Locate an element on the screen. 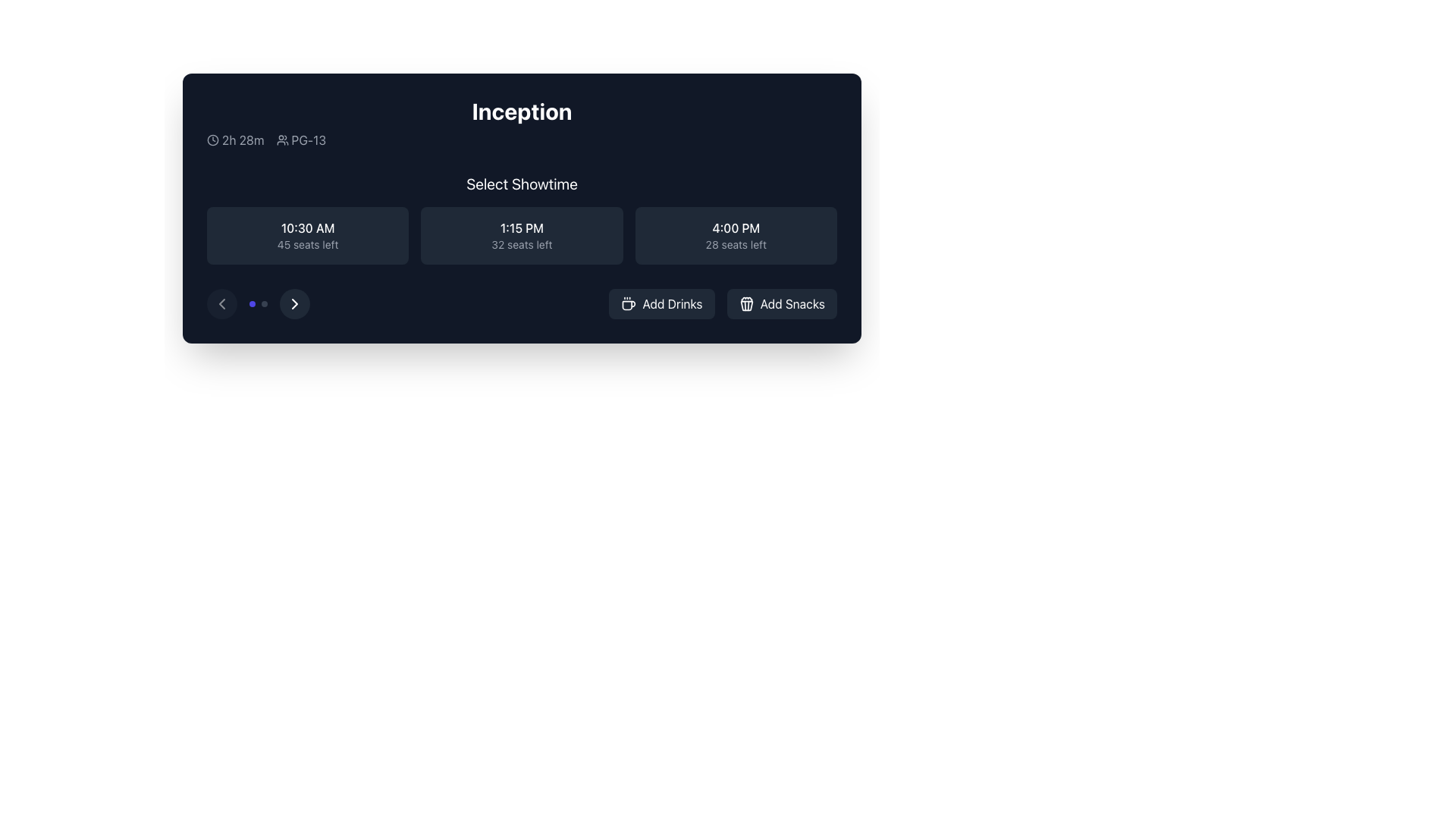 This screenshot has width=1456, height=819. the Navigation icon located at the bottom left corner of the user interface section is located at coordinates (221, 304).